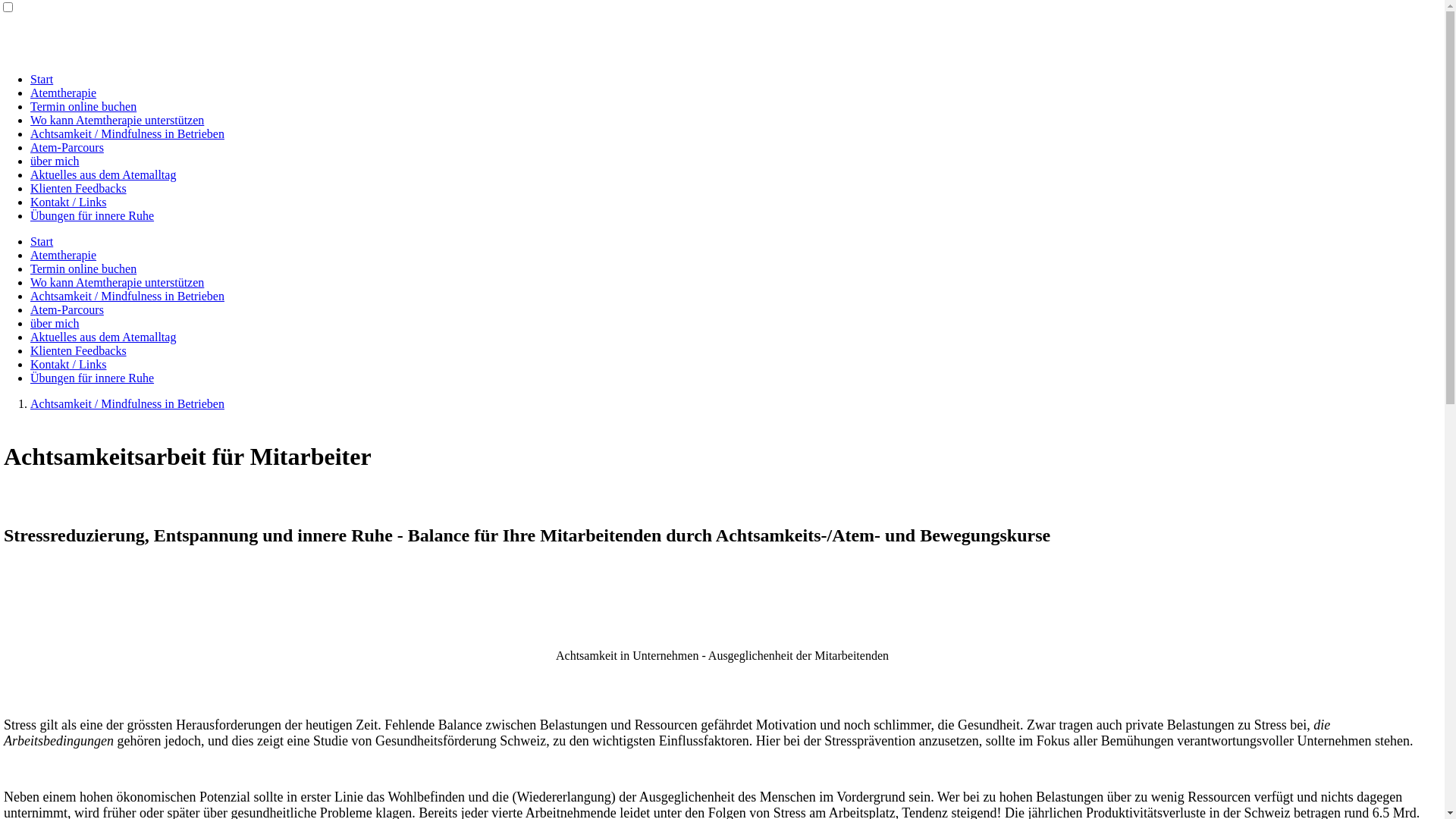 This screenshot has height=819, width=1456. Describe the element at coordinates (30, 309) in the screenshot. I see `'Atem-Parcours'` at that location.